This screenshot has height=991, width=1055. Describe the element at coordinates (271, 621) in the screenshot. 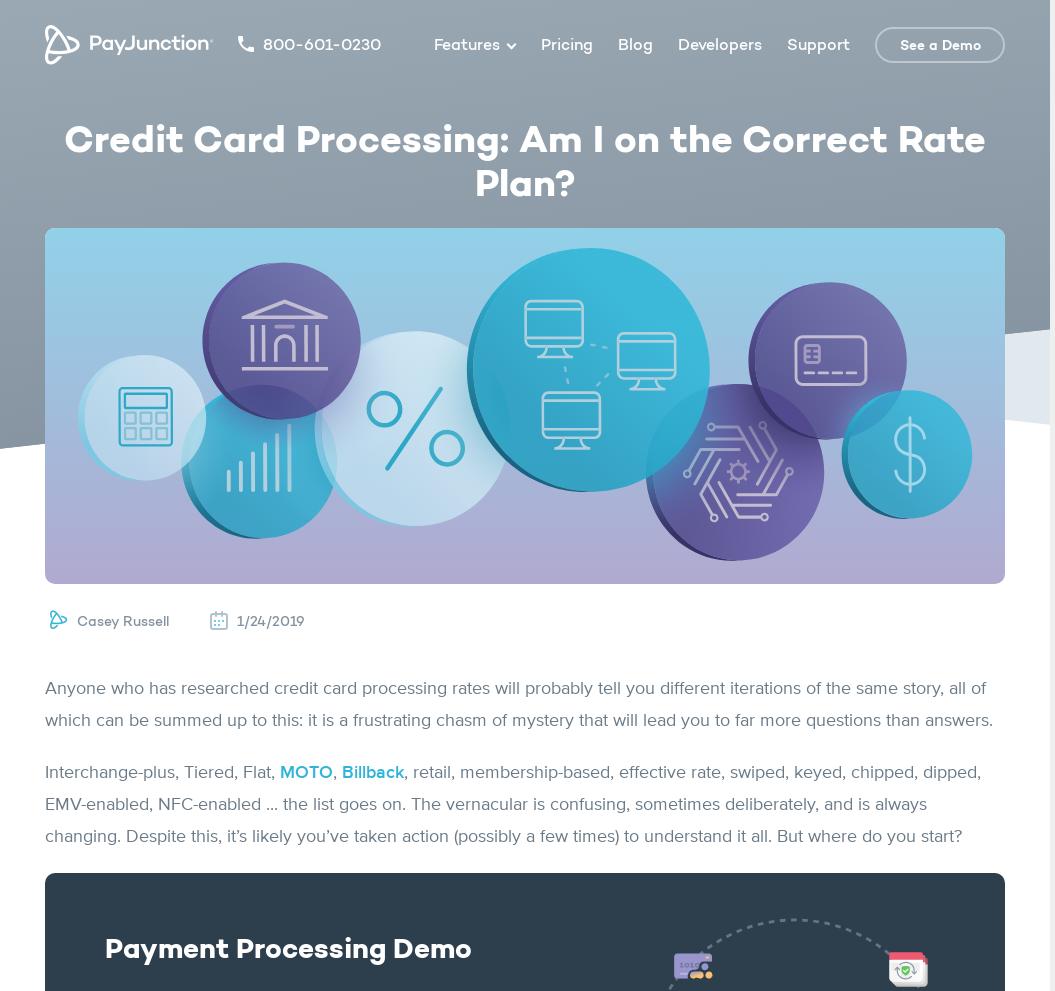

I see `'1/24/2019'` at that location.